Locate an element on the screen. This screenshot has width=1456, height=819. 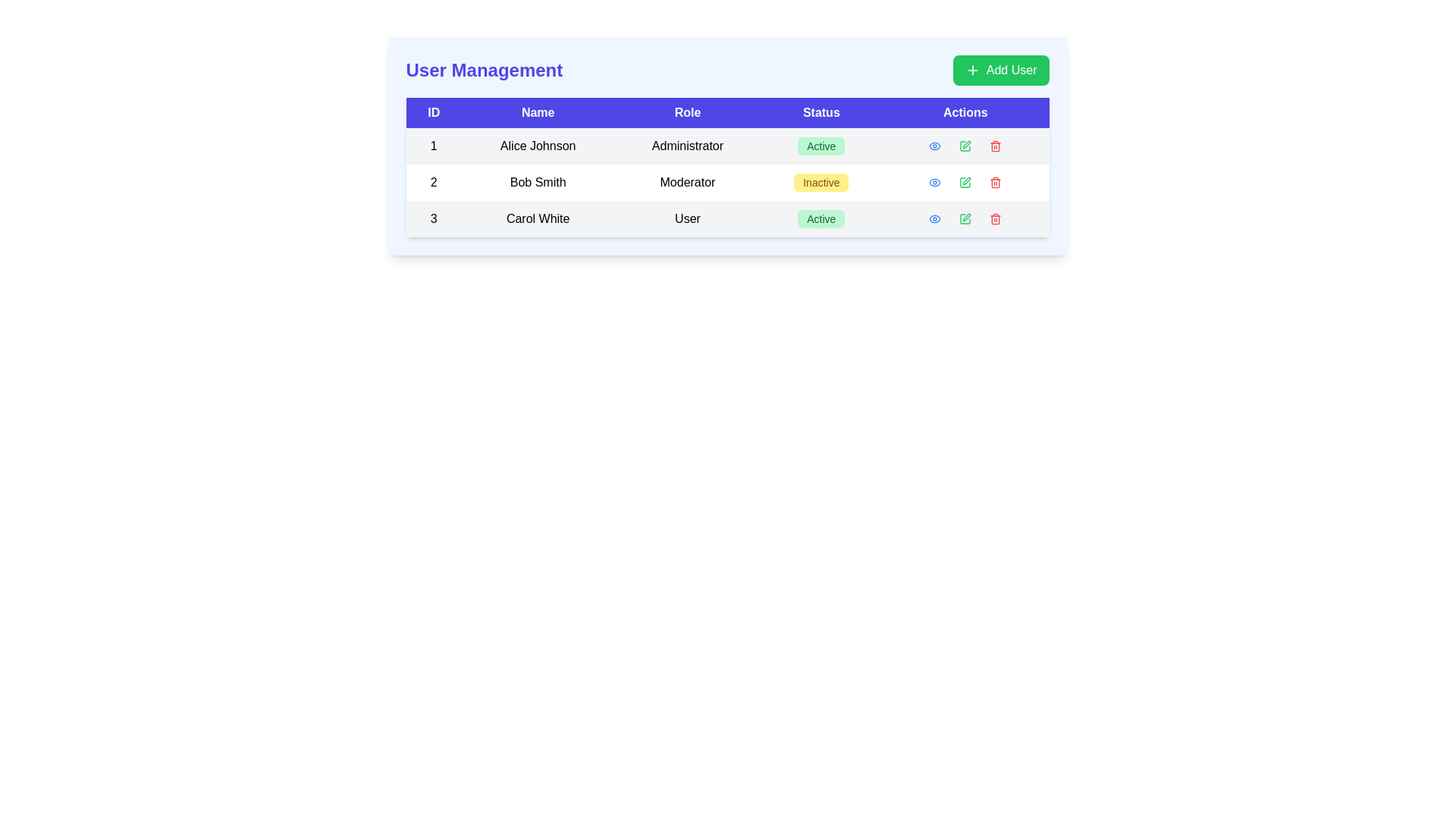
the blue eye-shaped icon in the first row of the 'Actions' column of the user management table is located at coordinates (934, 146).